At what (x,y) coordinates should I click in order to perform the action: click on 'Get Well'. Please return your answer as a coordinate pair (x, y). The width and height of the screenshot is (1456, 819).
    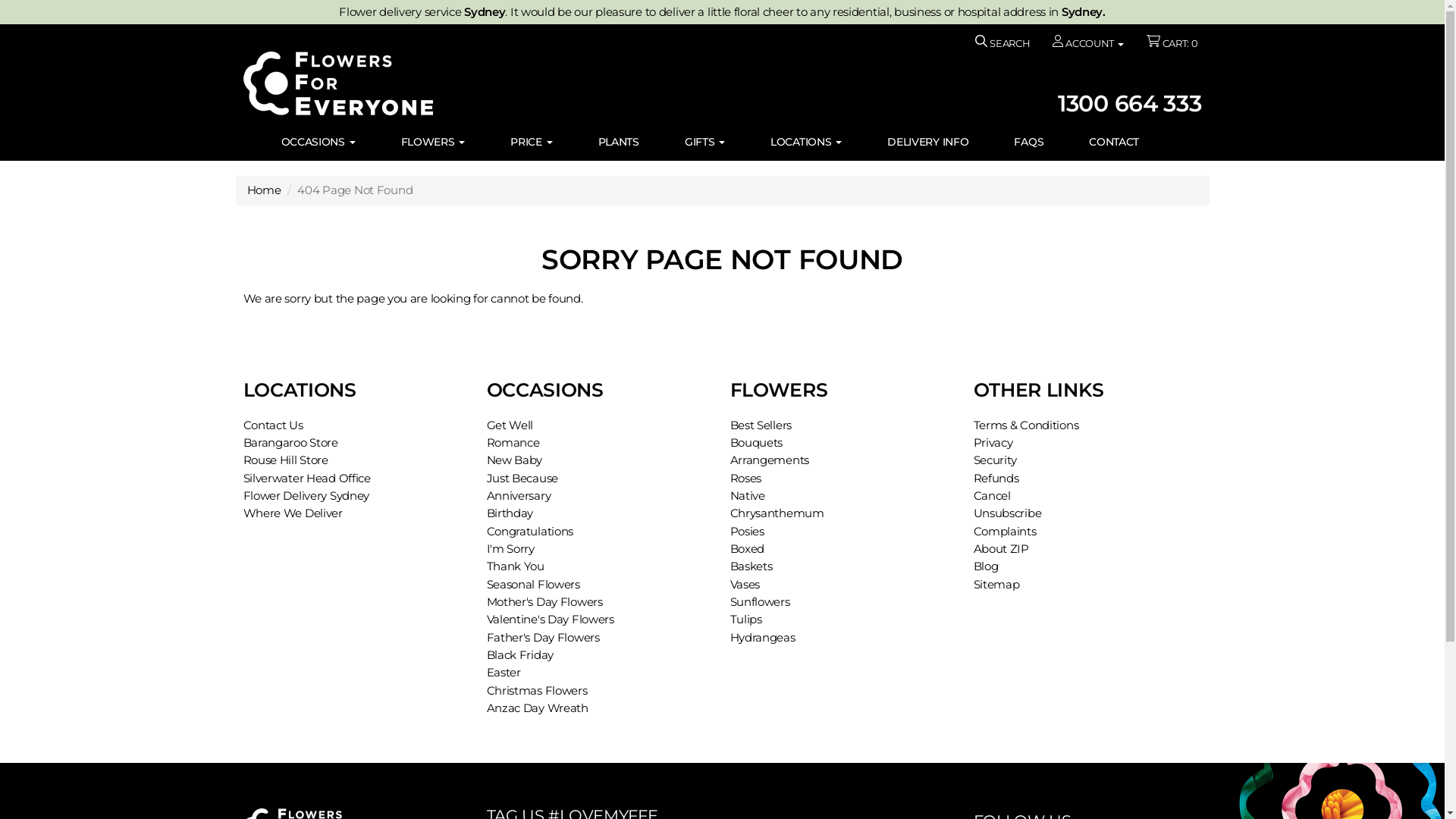
    Looking at the image, I should click on (487, 425).